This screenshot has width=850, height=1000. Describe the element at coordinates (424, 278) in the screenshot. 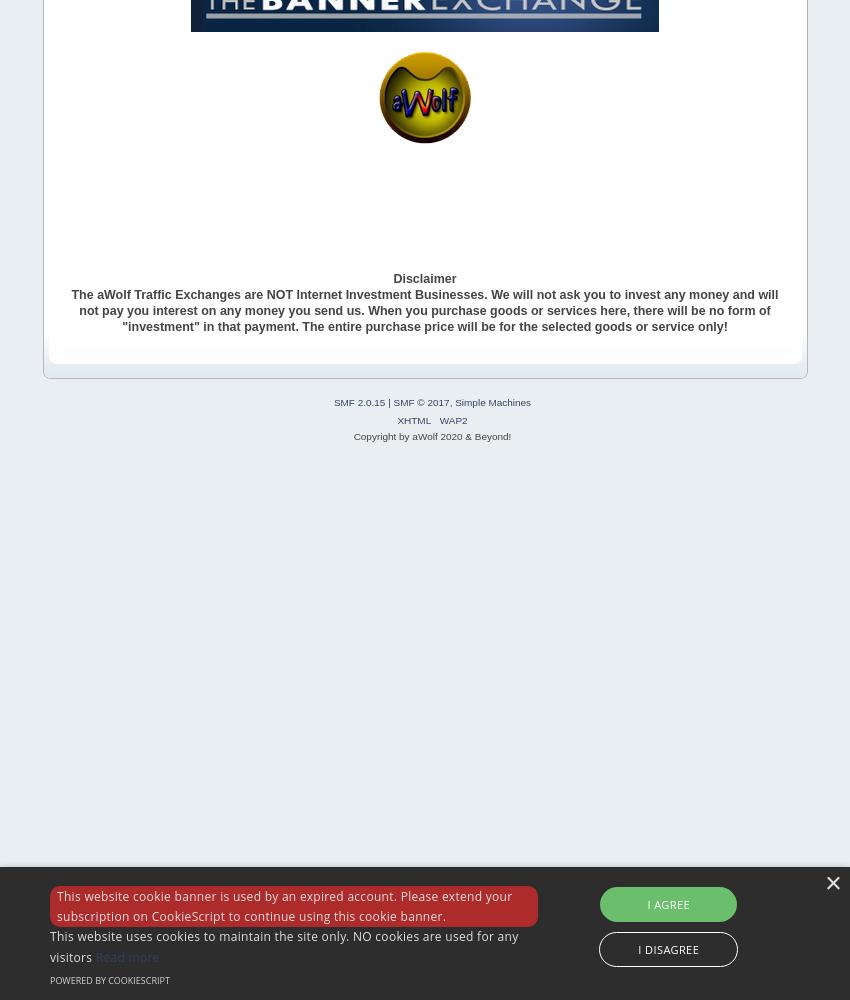

I see `'Disclaimer'` at that location.